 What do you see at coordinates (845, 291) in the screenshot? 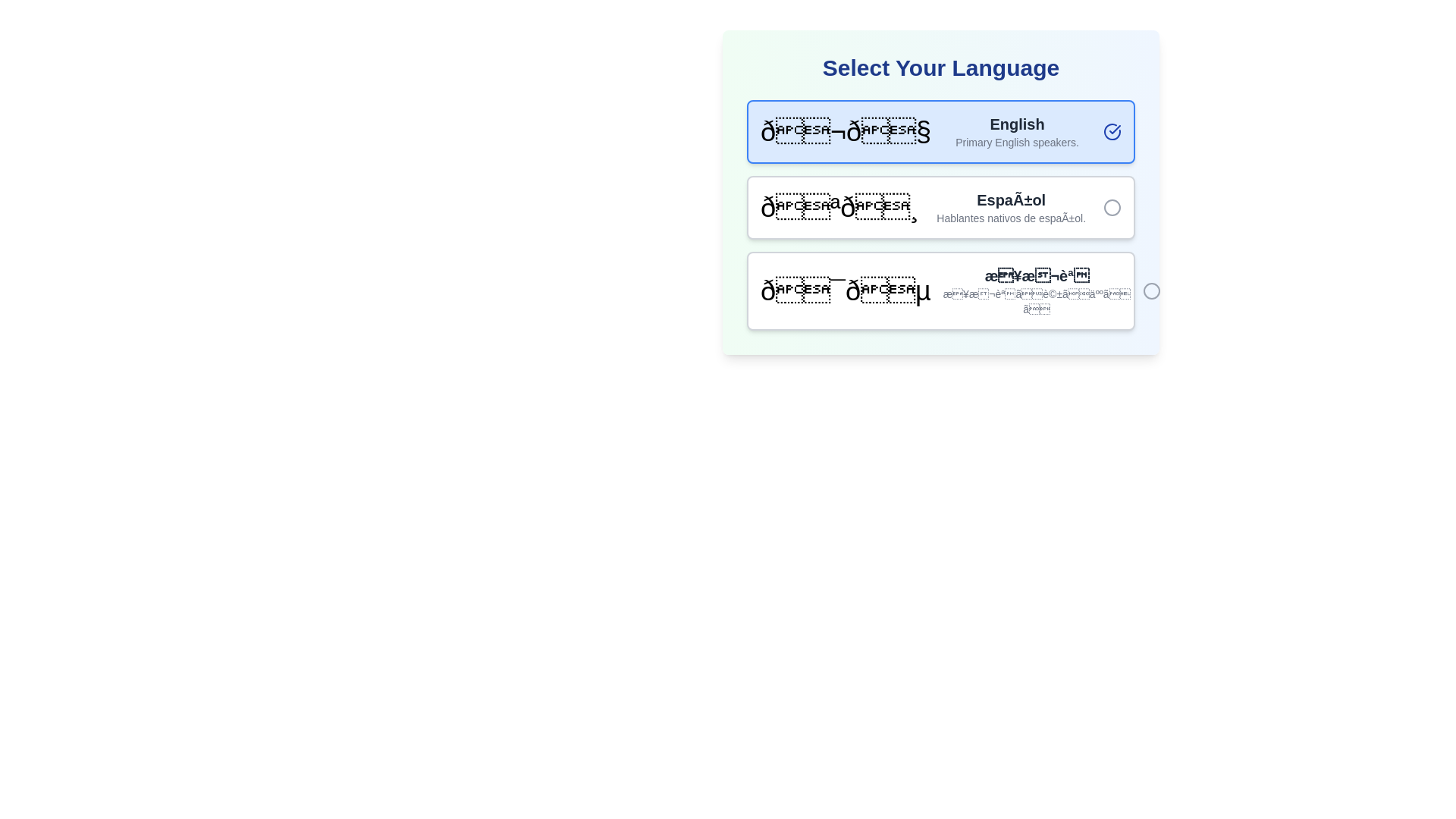
I see `the large-sized Unicode flag symbols for Japan` at bounding box center [845, 291].